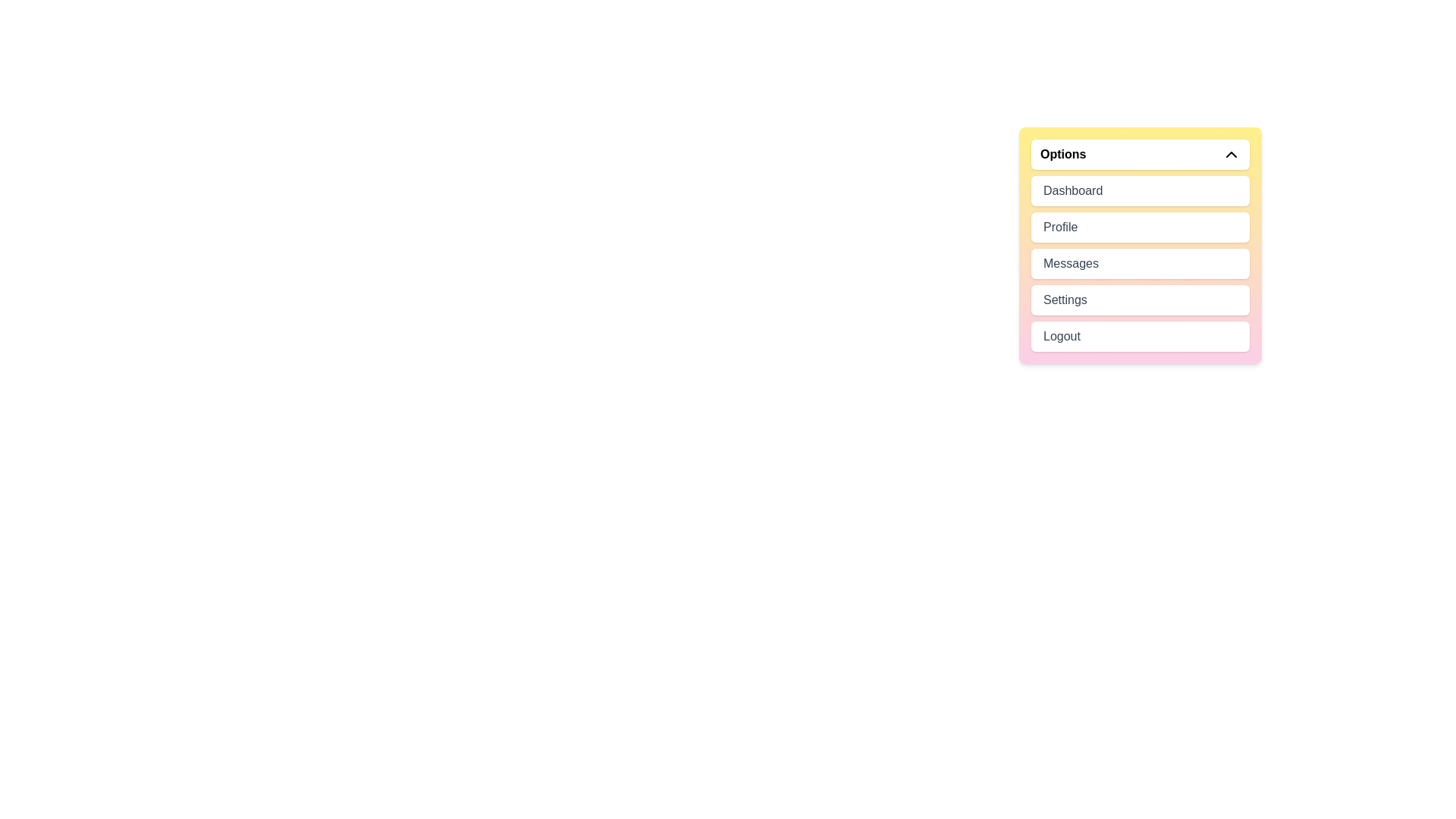 The image size is (1456, 819). Describe the element at coordinates (1140, 155) in the screenshot. I see `the dropdown menu button to toggle its state` at that location.